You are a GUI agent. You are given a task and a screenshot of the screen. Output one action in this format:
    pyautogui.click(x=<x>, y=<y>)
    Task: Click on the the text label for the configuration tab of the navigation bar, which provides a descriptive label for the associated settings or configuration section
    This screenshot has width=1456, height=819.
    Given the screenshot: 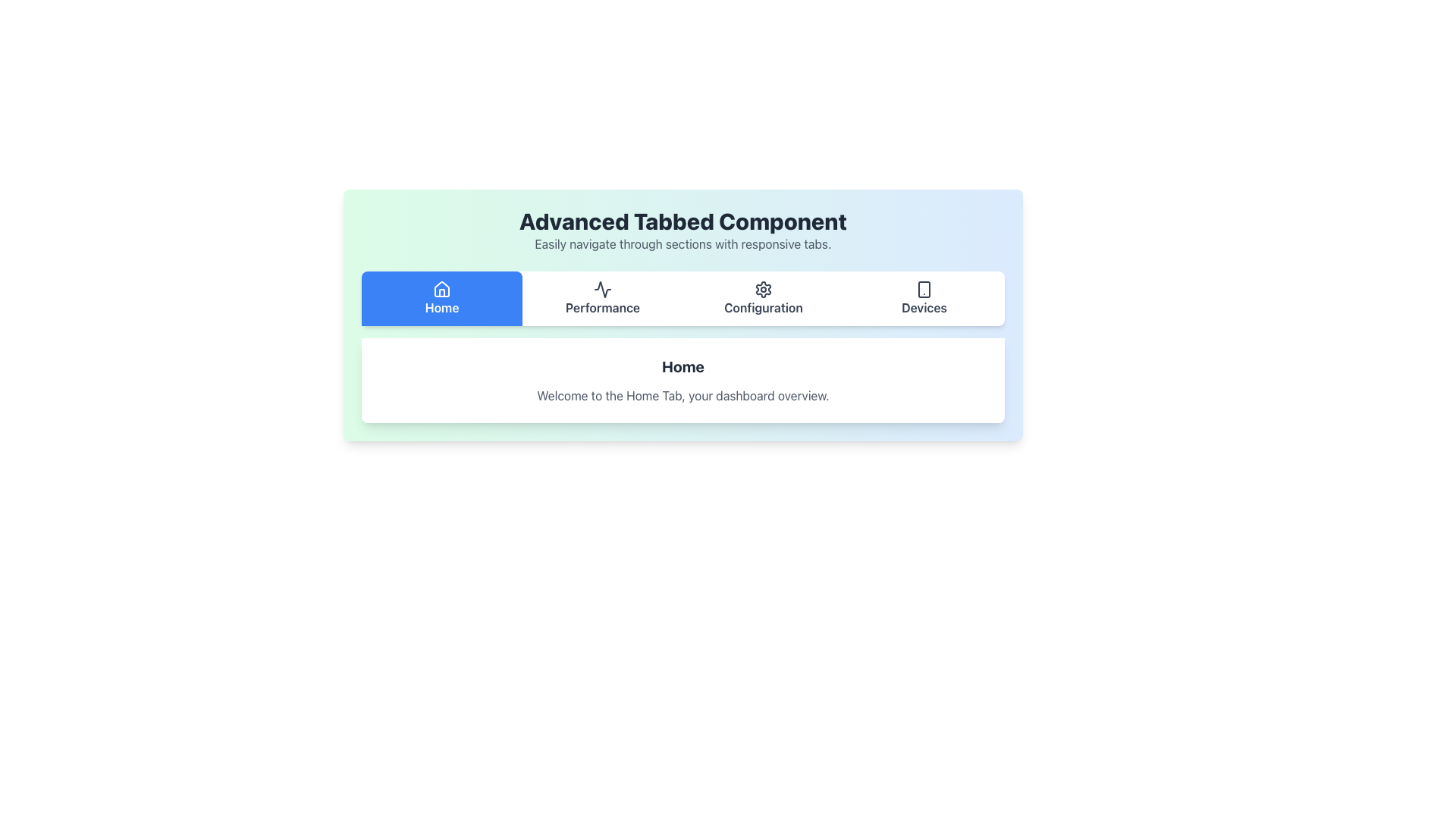 What is the action you would take?
    pyautogui.click(x=764, y=307)
    